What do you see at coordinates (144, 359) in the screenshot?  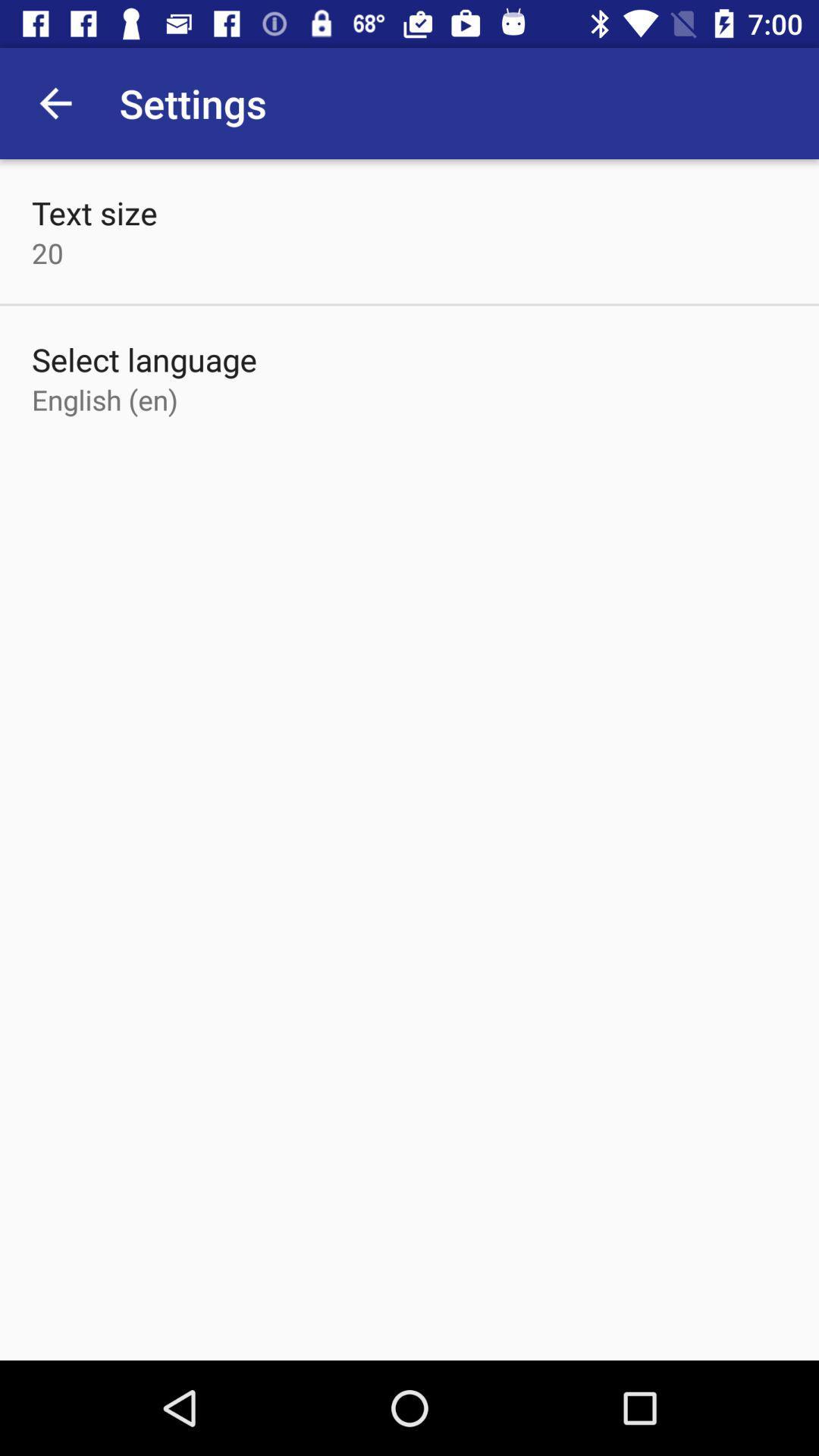 I see `icon above the english (en) item` at bounding box center [144, 359].